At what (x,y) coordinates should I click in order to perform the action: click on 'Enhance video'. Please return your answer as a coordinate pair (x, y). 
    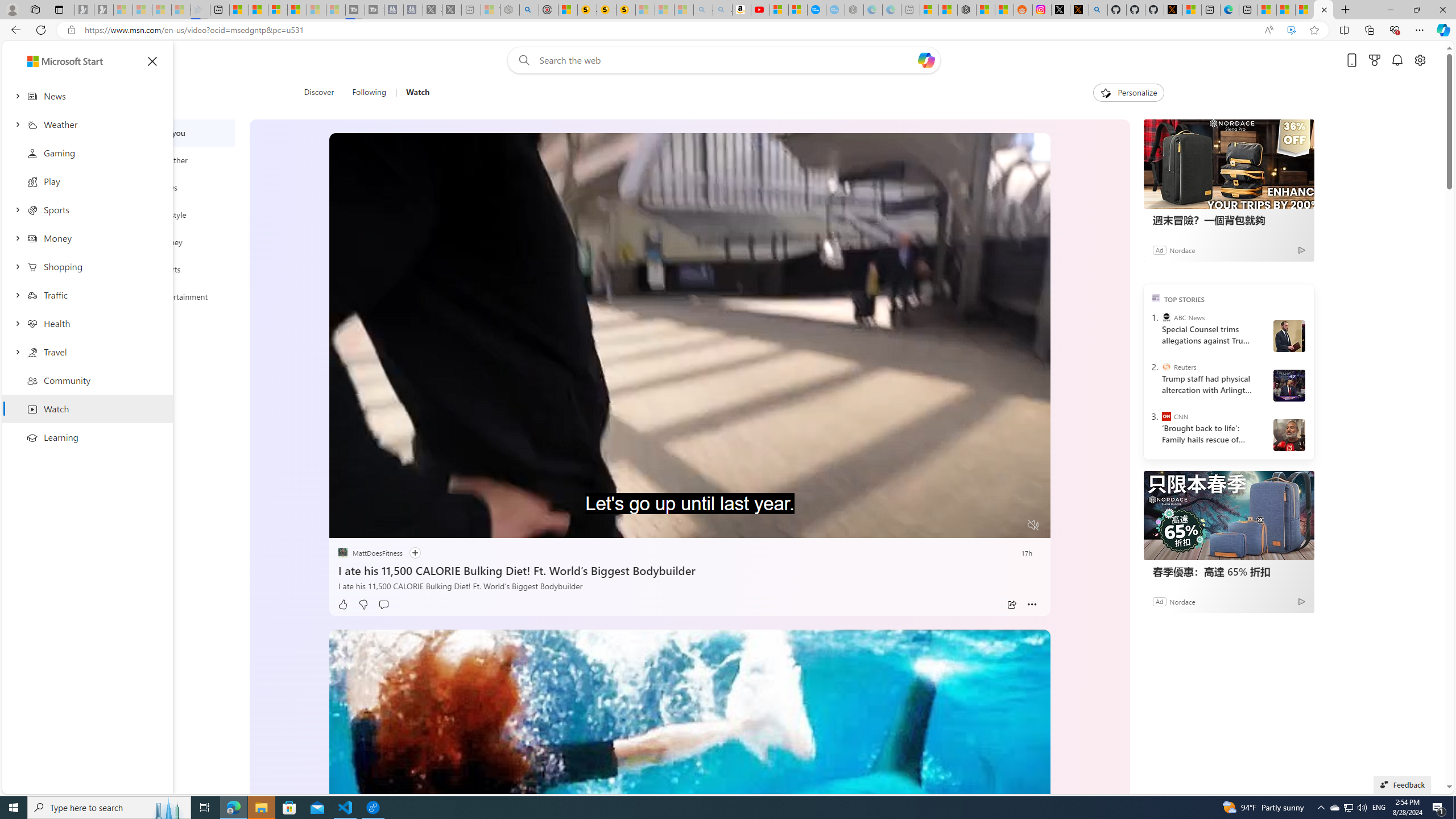
    Looking at the image, I should click on (1291, 30).